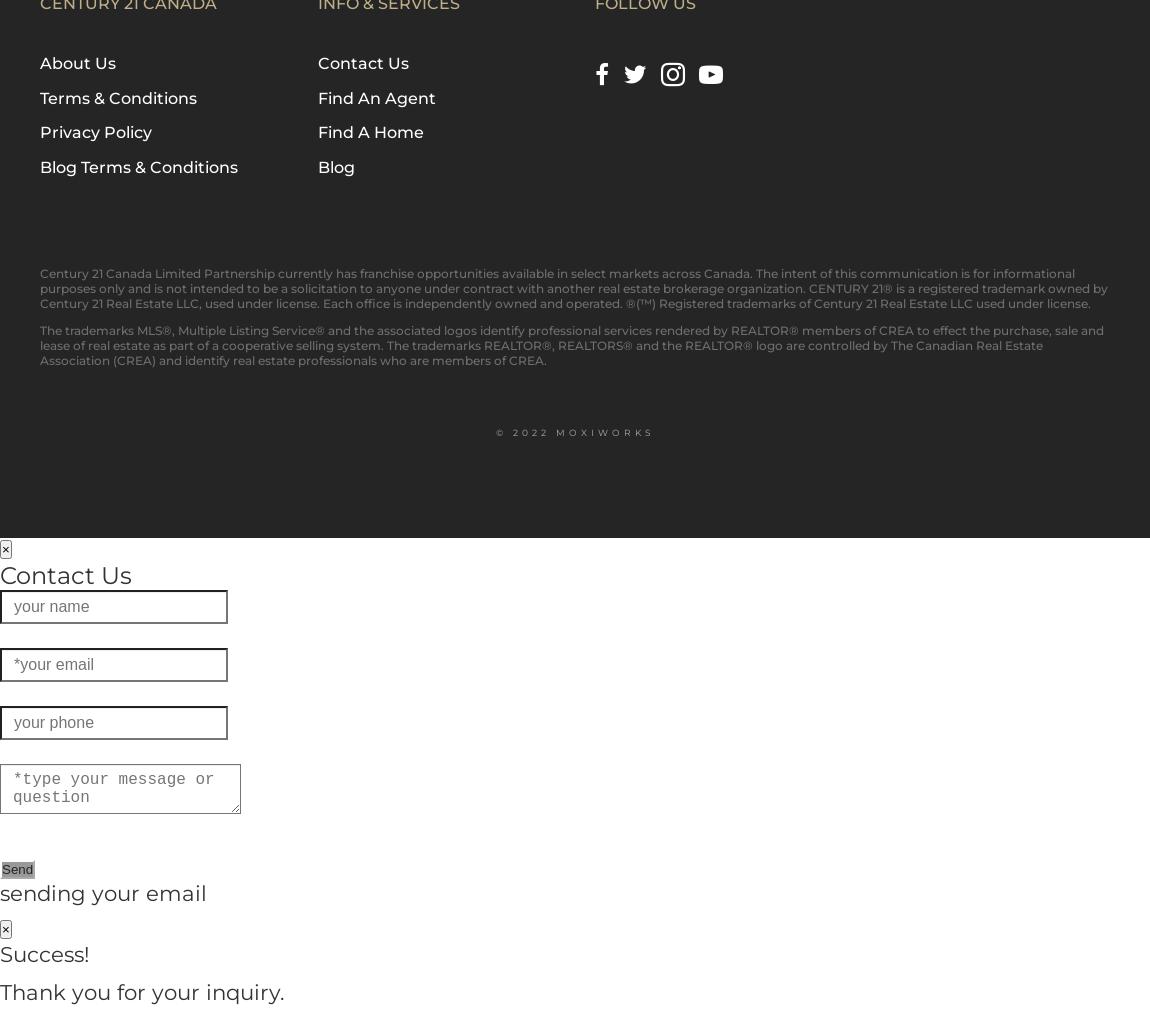 Image resolution: width=1150 pixels, height=1018 pixels. What do you see at coordinates (376, 97) in the screenshot?
I see `'Find An Agent'` at bounding box center [376, 97].